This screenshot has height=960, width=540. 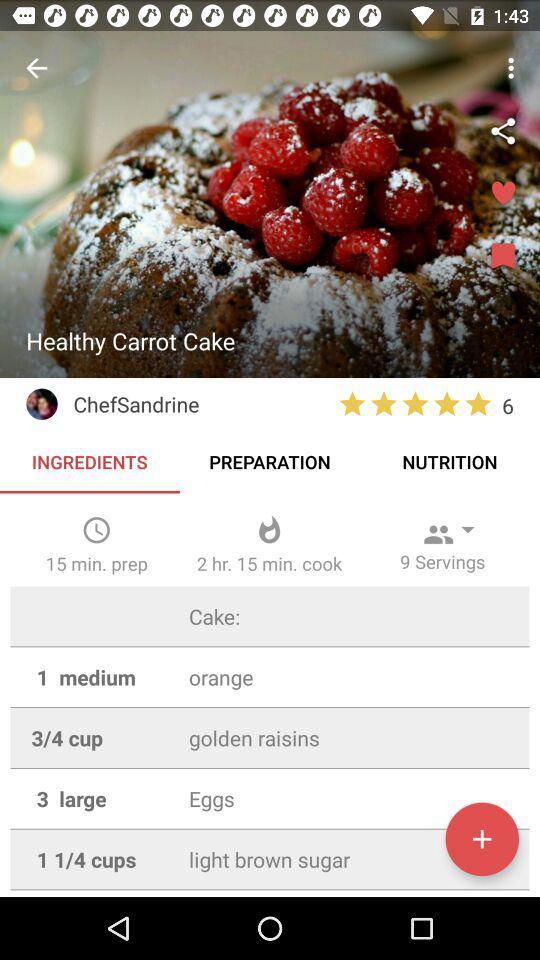 What do you see at coordinates (481, 839) in the screenshot?
I see `appsen` at bounding box center [481, 839].